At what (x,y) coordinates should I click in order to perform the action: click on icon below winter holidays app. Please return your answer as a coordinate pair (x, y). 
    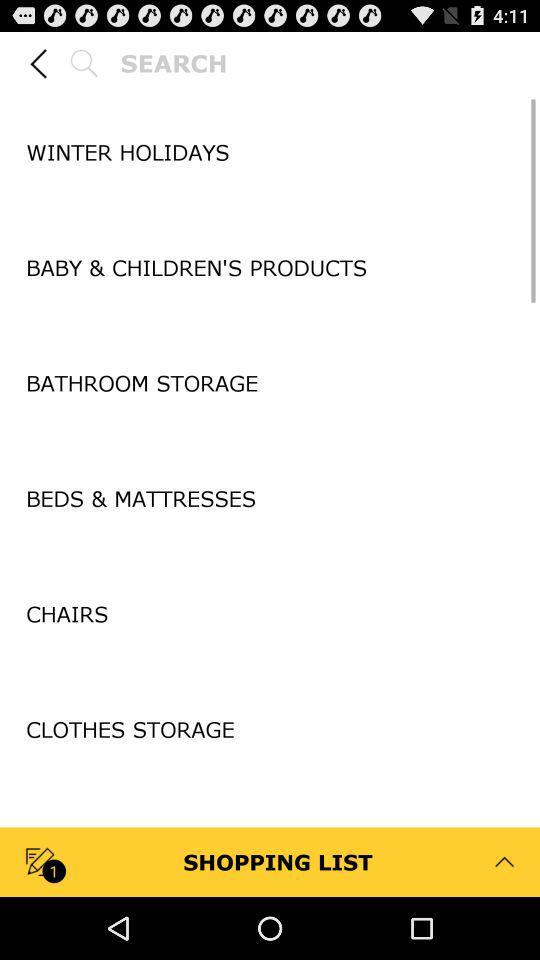
    Looking at the image, I should click on (270, 209).